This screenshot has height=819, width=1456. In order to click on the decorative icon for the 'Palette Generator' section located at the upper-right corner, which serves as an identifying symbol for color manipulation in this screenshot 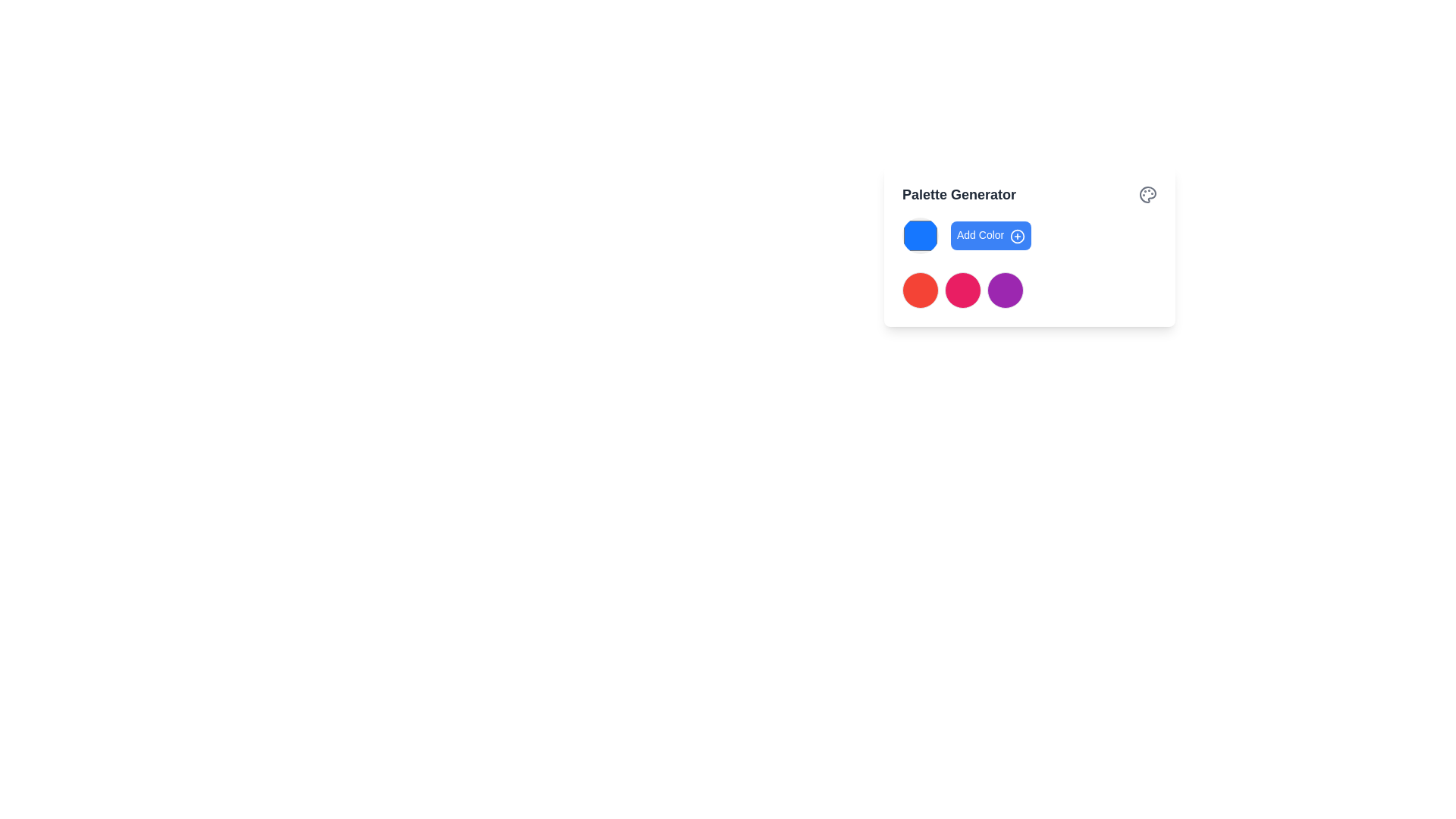, I will do `click(1147, 194)`.